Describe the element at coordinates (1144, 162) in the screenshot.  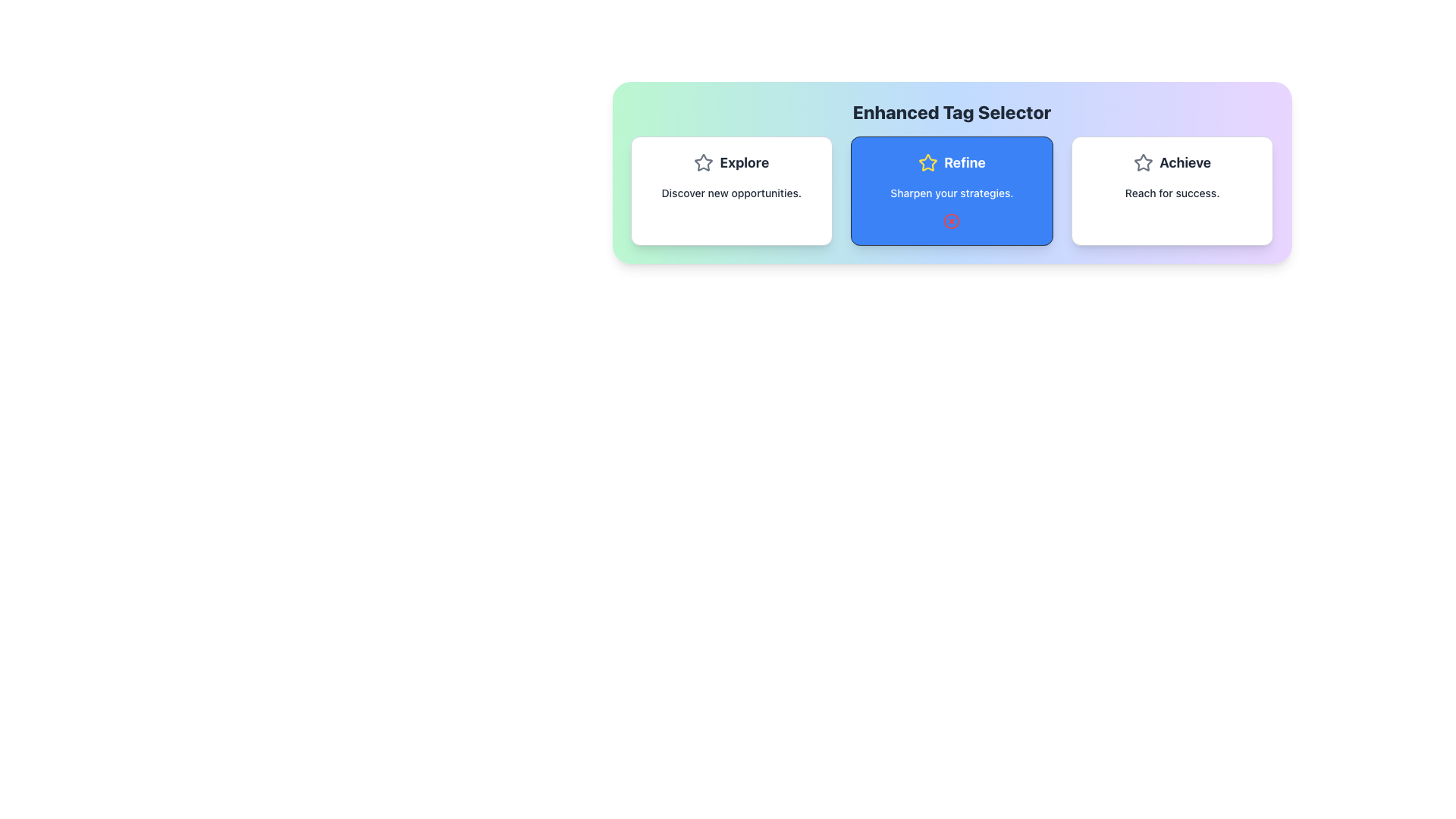
I see `the star icon in the blue-colored 'Refine' section of the horizontal navigation component, which serves as an indicator for enhancing the section's identity` at that location.